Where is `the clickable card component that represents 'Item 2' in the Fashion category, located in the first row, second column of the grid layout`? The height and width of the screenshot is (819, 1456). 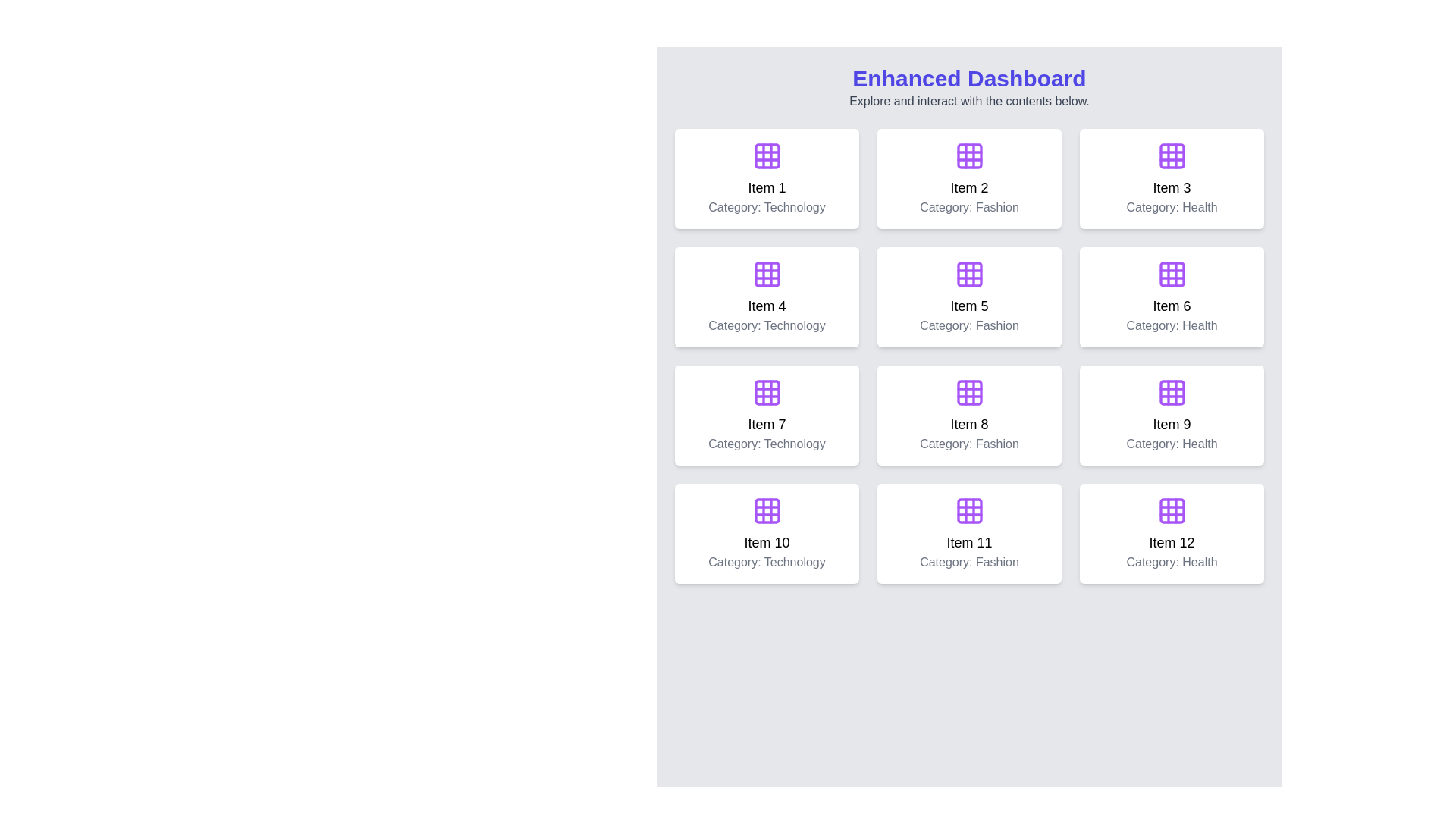
the clickable card component that represents 'Item 2' in the Fashion category, located in the first row, second column of the grid layout is located at coordinates (968, 177).